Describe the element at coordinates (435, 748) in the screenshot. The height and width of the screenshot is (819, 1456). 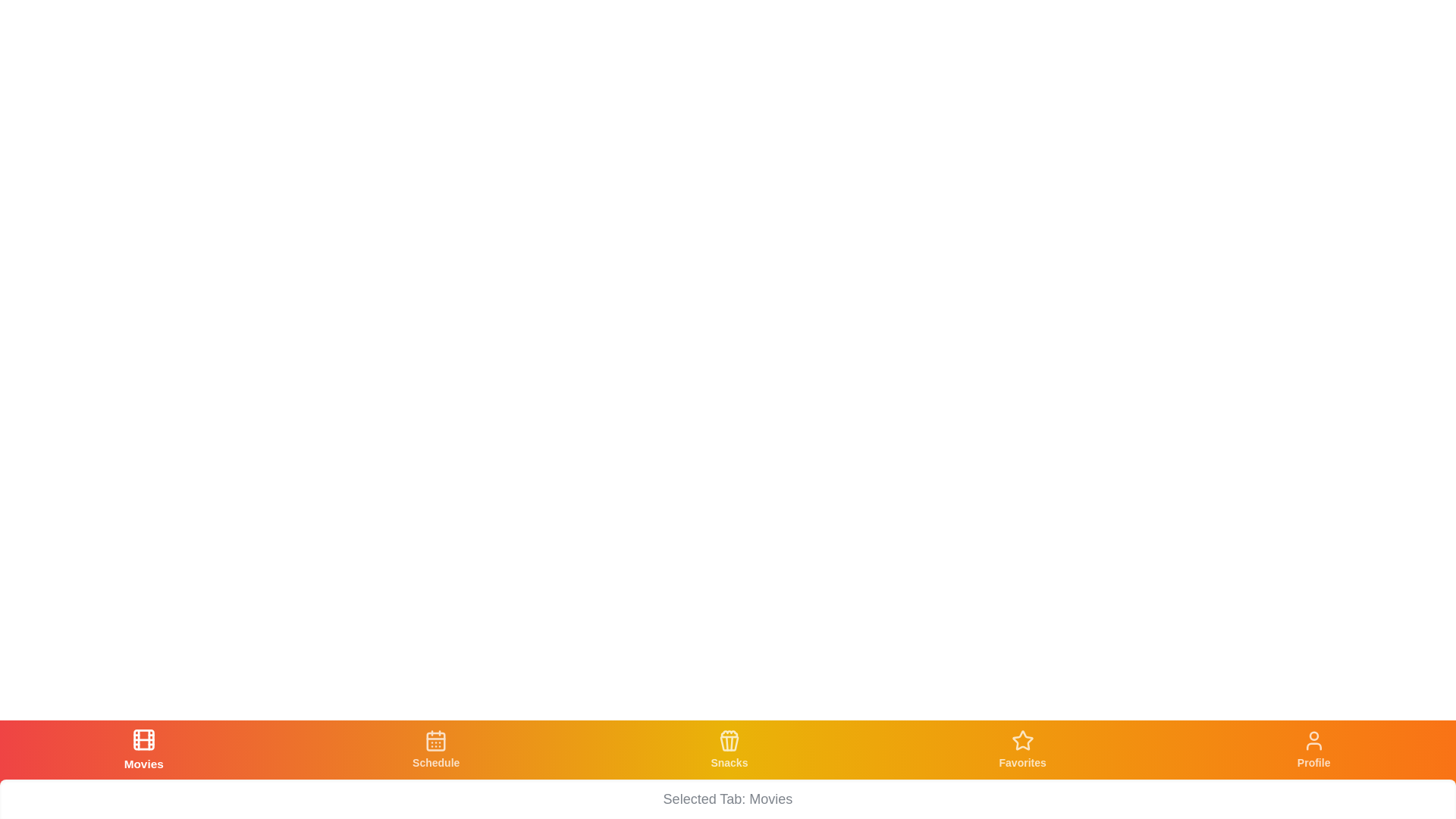
I see `the tab labeled Schedule to navigate to its respective section` at that location.